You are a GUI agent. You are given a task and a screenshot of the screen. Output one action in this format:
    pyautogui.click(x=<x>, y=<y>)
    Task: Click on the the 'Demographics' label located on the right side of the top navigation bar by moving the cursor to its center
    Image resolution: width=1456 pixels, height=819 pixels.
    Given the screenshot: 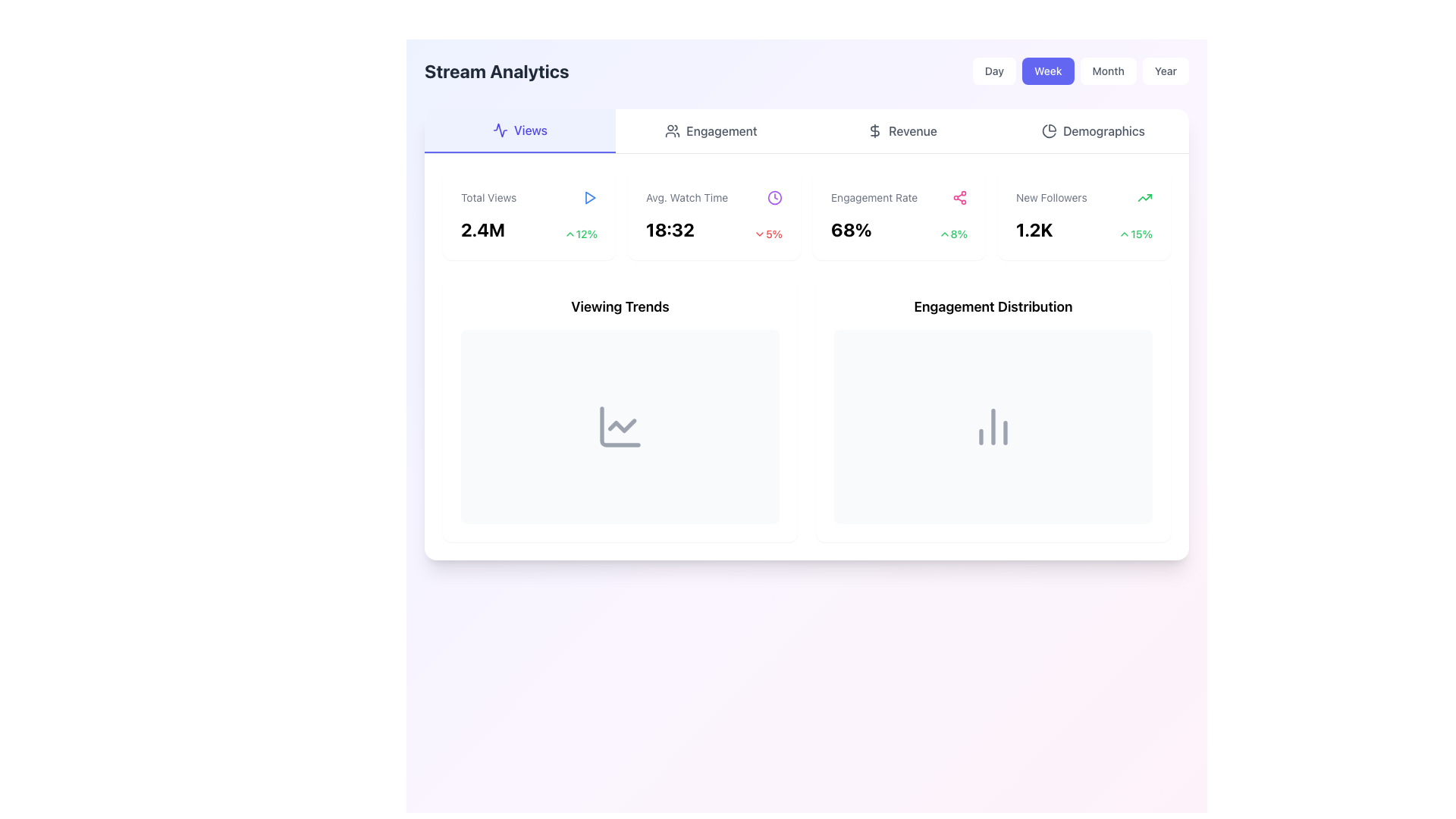 What is the action you would take?
    pyautogui.click(x=1103, y=130)
    